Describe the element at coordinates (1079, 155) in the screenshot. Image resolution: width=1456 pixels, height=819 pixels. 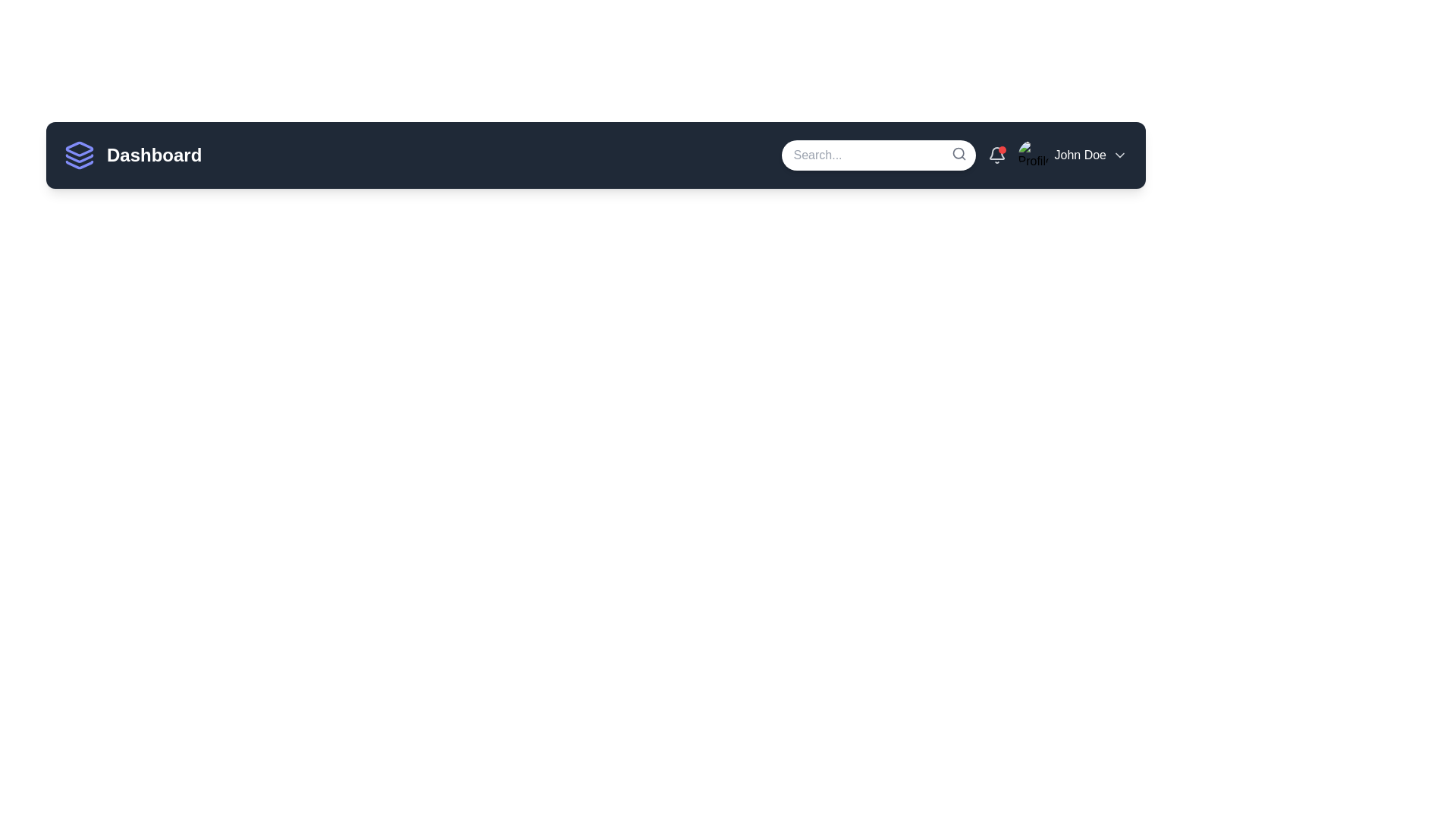
I see `the text label displaying the name 'John Doe', which is located in the top-right corner of the dark navigation bar, positioned between a profile picture and a downward-facing chevron icon` at that location.